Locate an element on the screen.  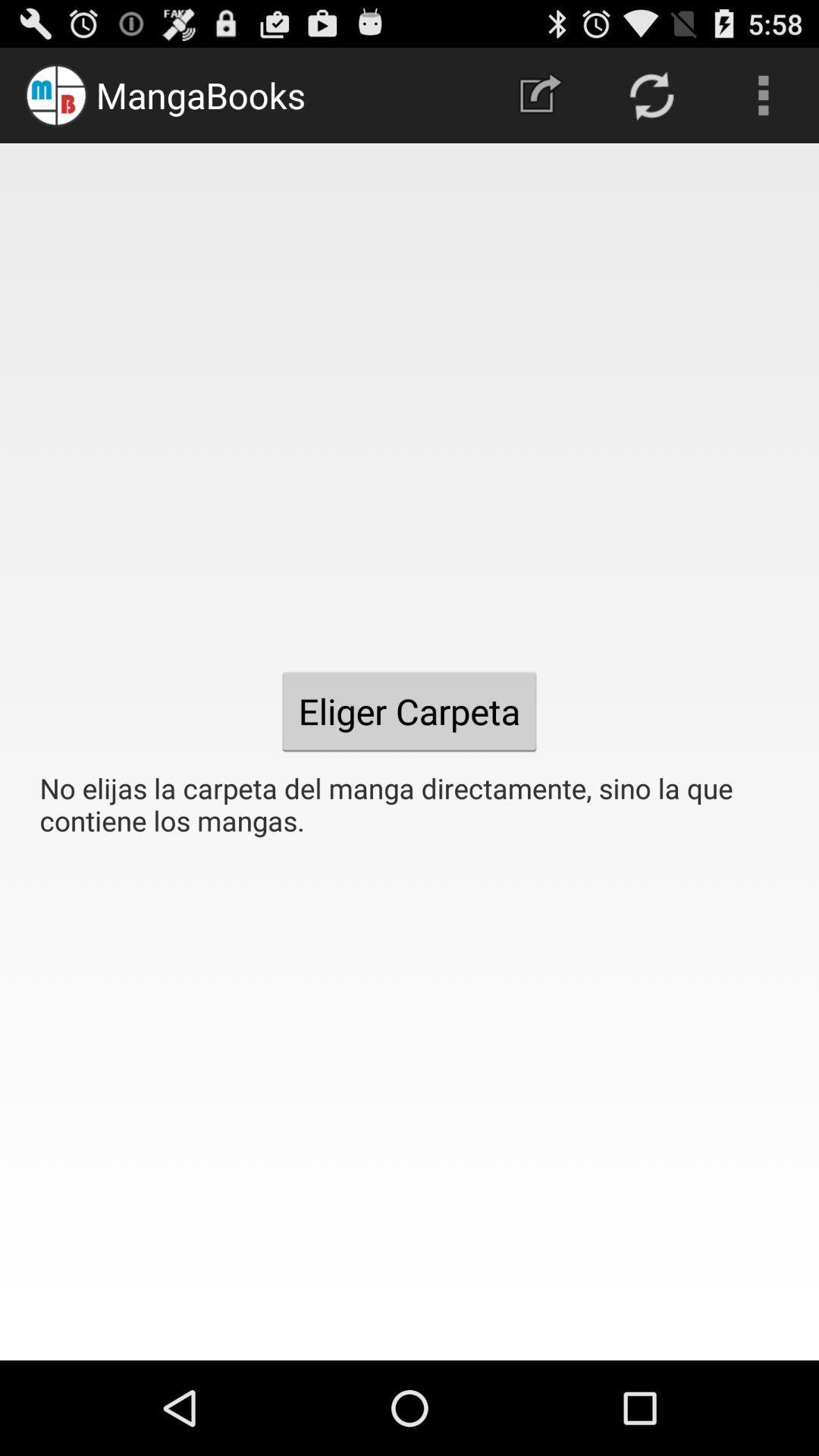
item above the no elijas la app is located at coordinates (763, 94).